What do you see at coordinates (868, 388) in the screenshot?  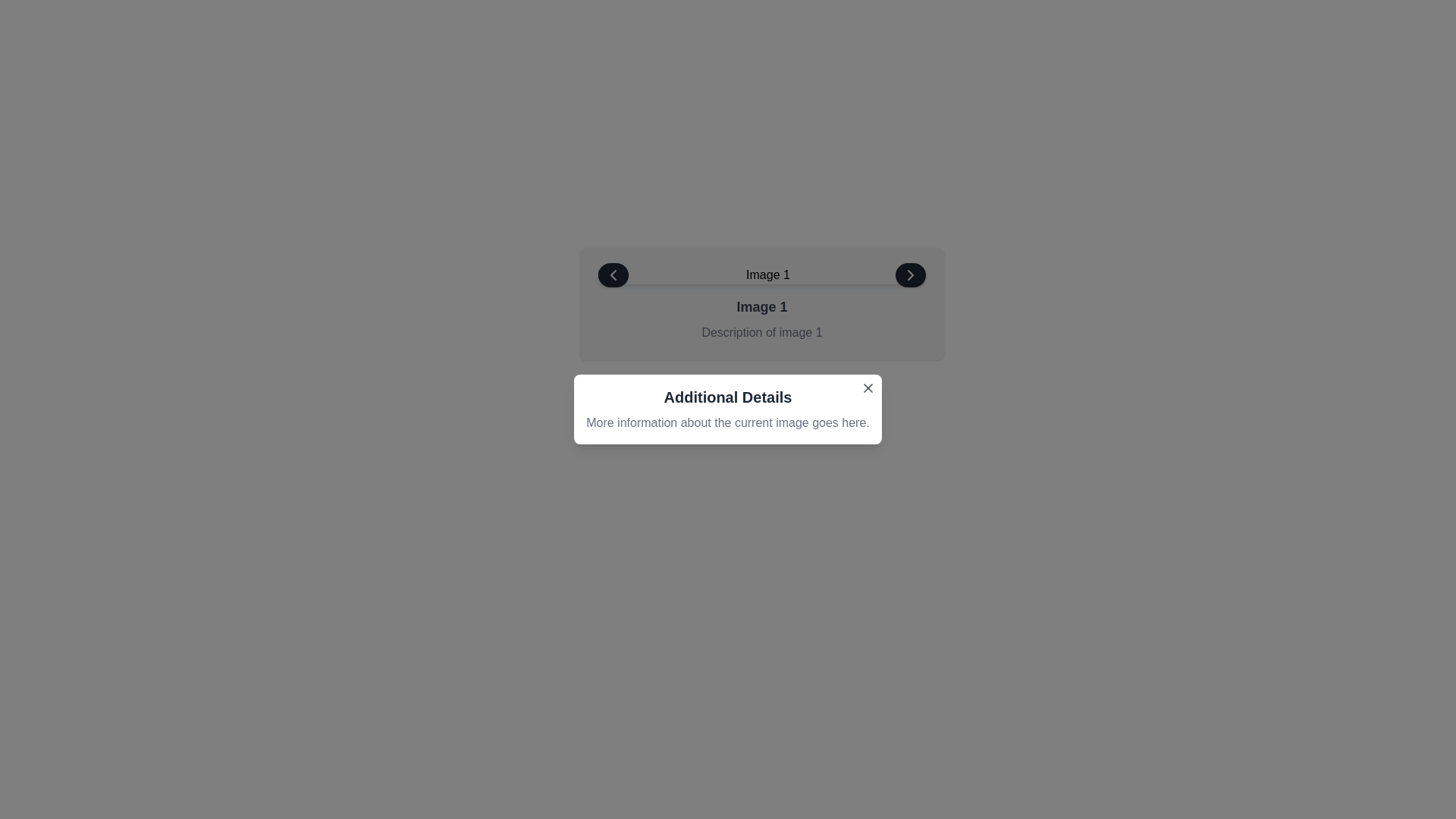 I see `the 'close' button represented by a cross symbol located at the upper-right corner of the 'Additional Details' pop-up` at bounding box center [868, 388].